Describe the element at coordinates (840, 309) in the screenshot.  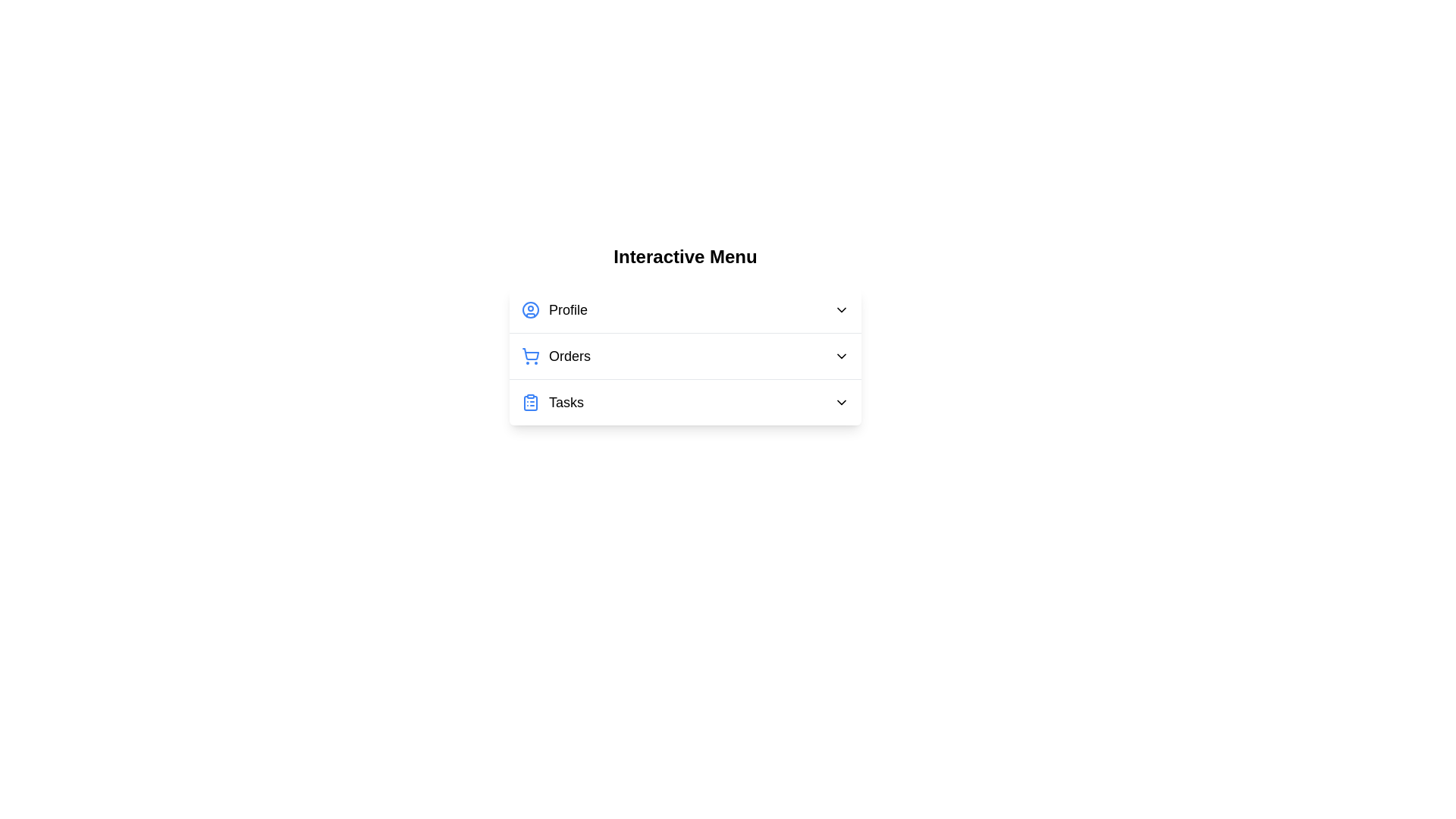
I see `the downward-pointing chevron icon located at the far-right end of the 'Profile' row` at that location.